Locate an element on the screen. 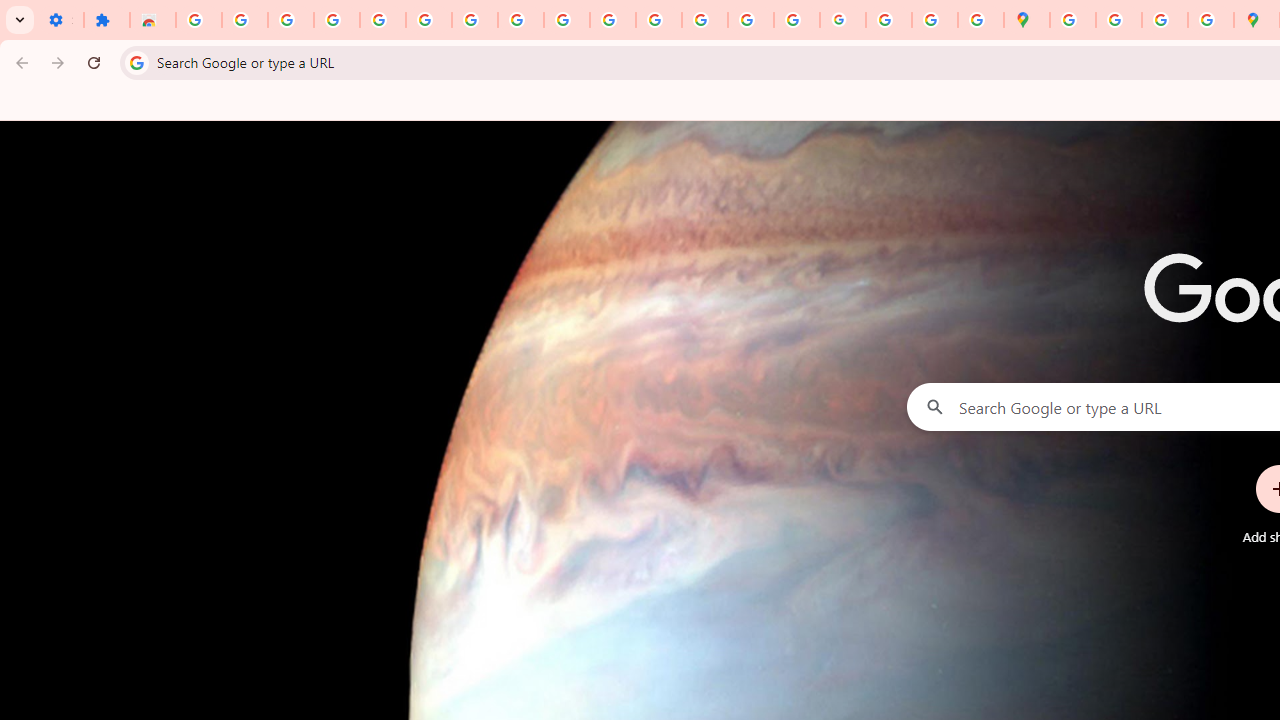 The width and height of the screenshot is (1280, 720). 'Sign in - Google Accounts' is located at coordinates (198, 20).